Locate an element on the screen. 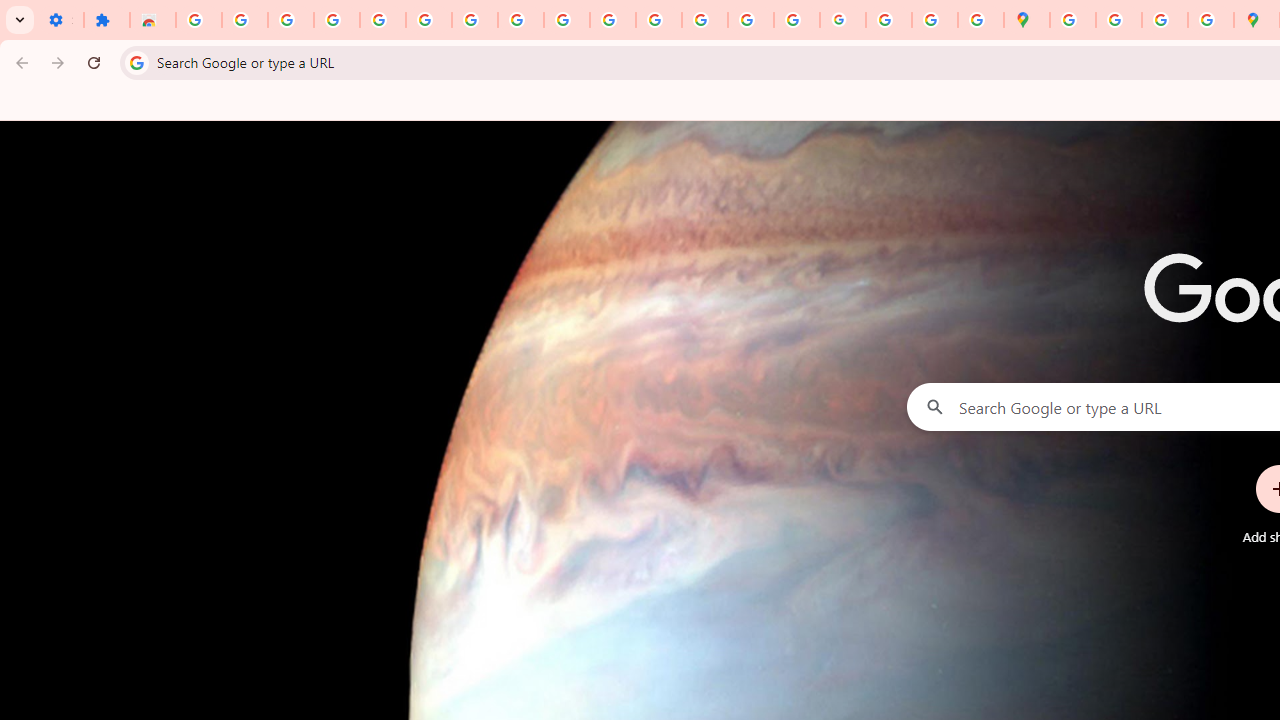 The width and height of the screenshot is (1280, 720). 'Sign in - Google Accounts' is located at coordinates (198, 20).